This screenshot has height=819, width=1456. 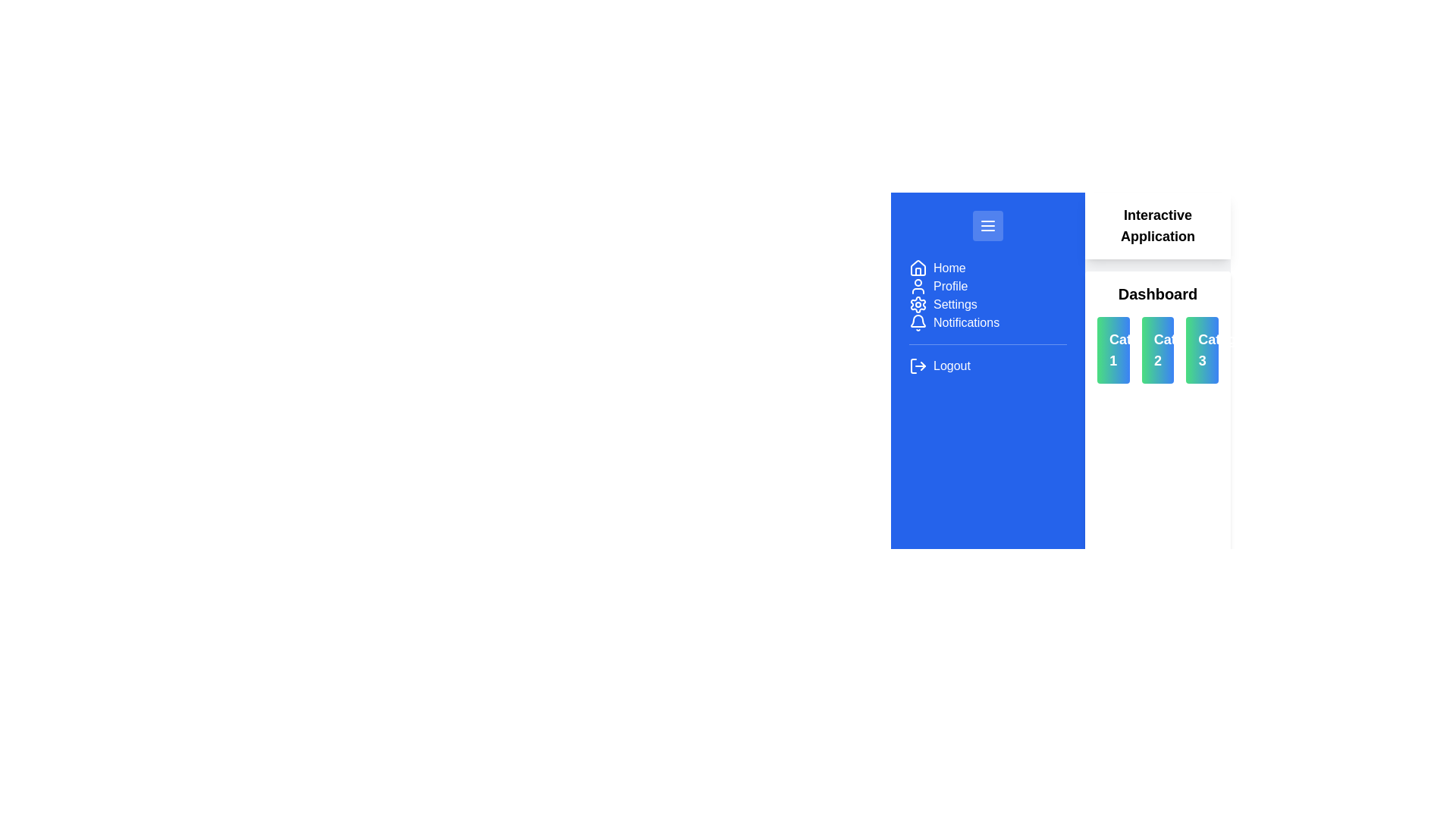 What do you see at coordinates (949, 287) in the screenshot?
I see `the 'Profile' text label in the vertical navigation menu located in the blue sidebar, positioned to the right of the user avatar icon` at bounding box center [949, 287].